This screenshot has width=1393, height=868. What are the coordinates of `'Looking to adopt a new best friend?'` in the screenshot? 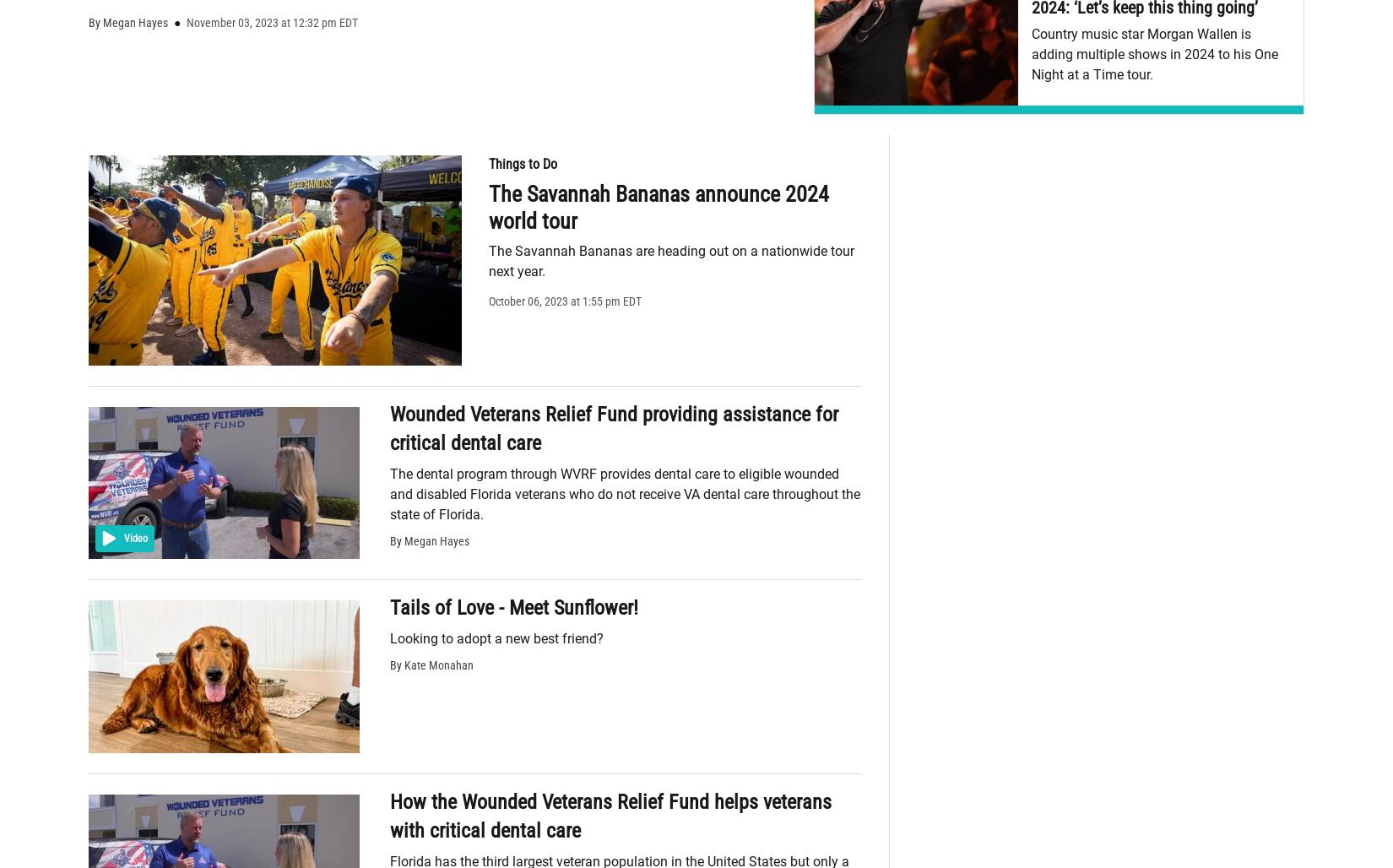 It's located at (496, 637).